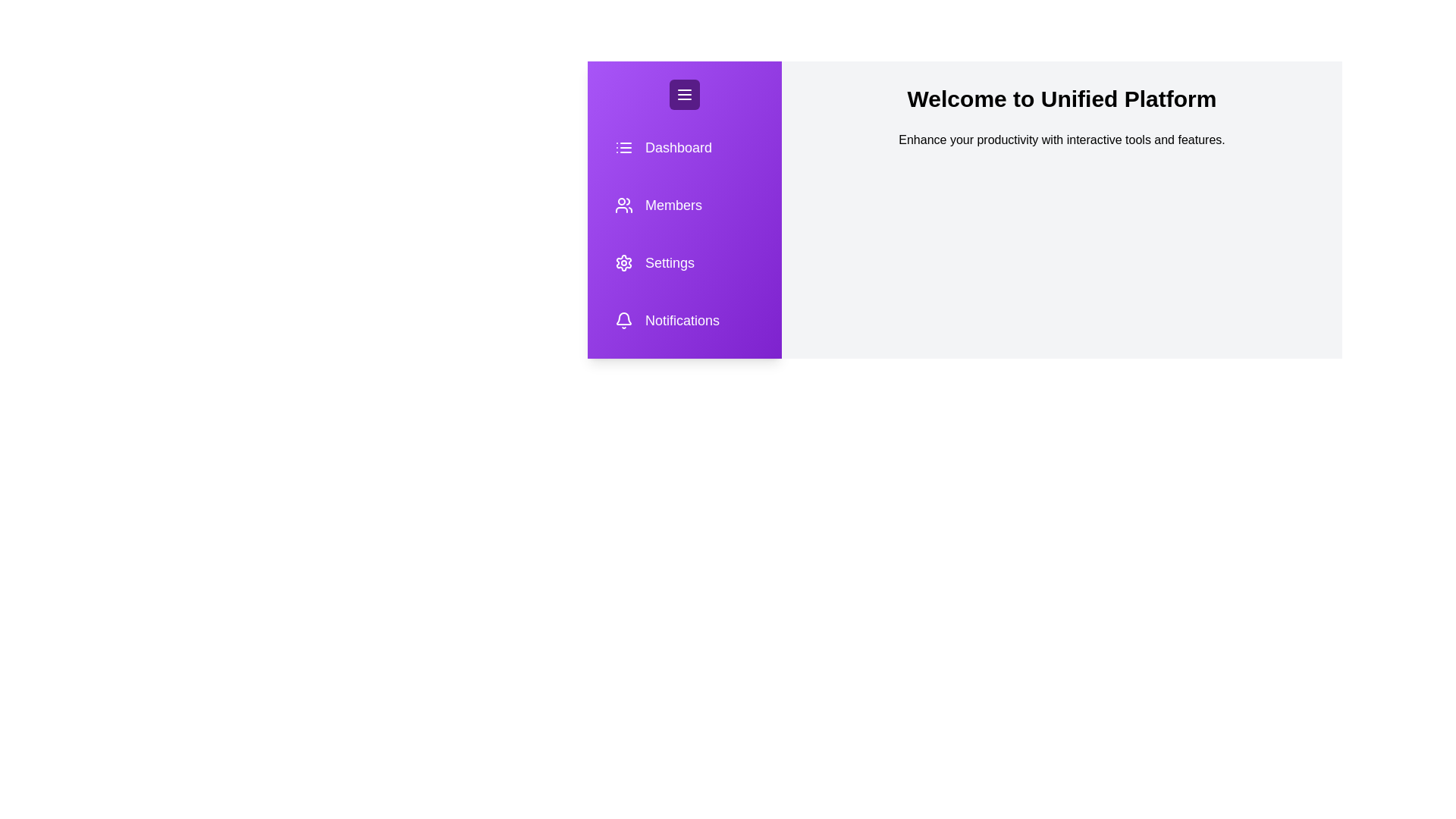 This screenshot has width=1456, height=819. I want to click on the Settings icon in the sidebar to navigate to the corresponding section, so click(683, 262).